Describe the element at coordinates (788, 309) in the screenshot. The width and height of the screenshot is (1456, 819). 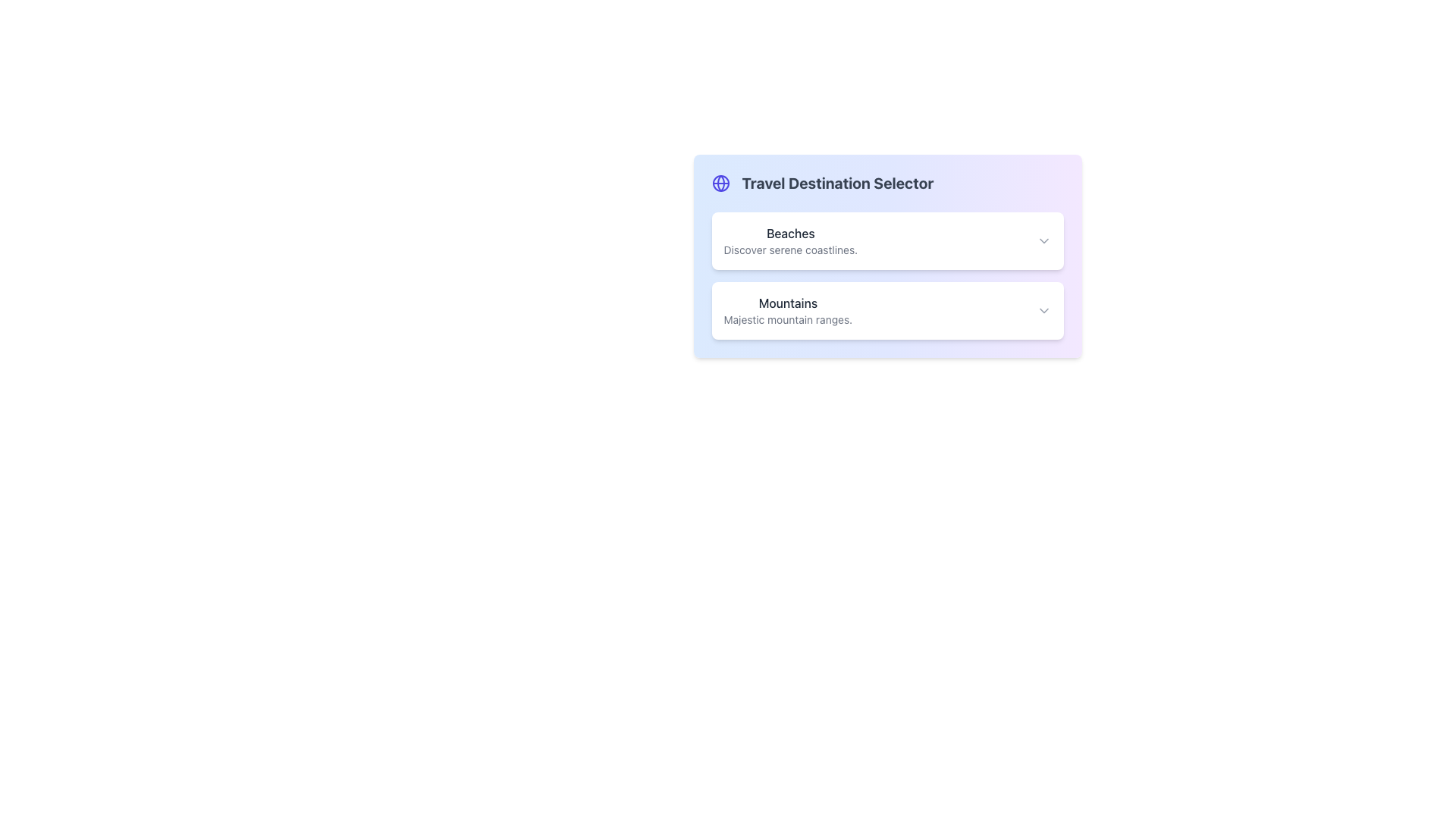
I see `the text label element with the heading 'Mountains' and description 'Majestic mountain ranges.'` at that location.